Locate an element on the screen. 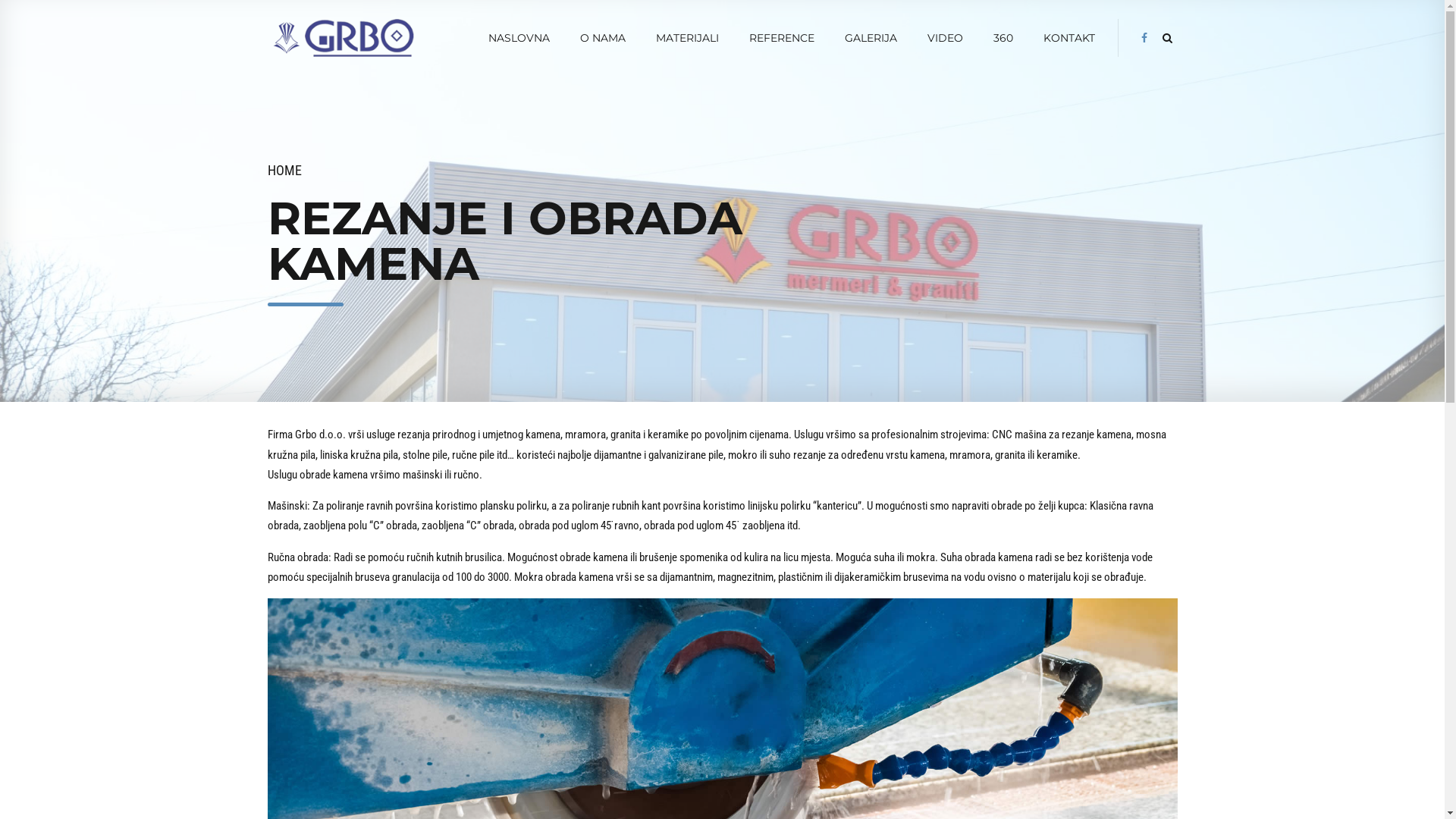  'NASLOVNA' is located at coordinates (519, 37).